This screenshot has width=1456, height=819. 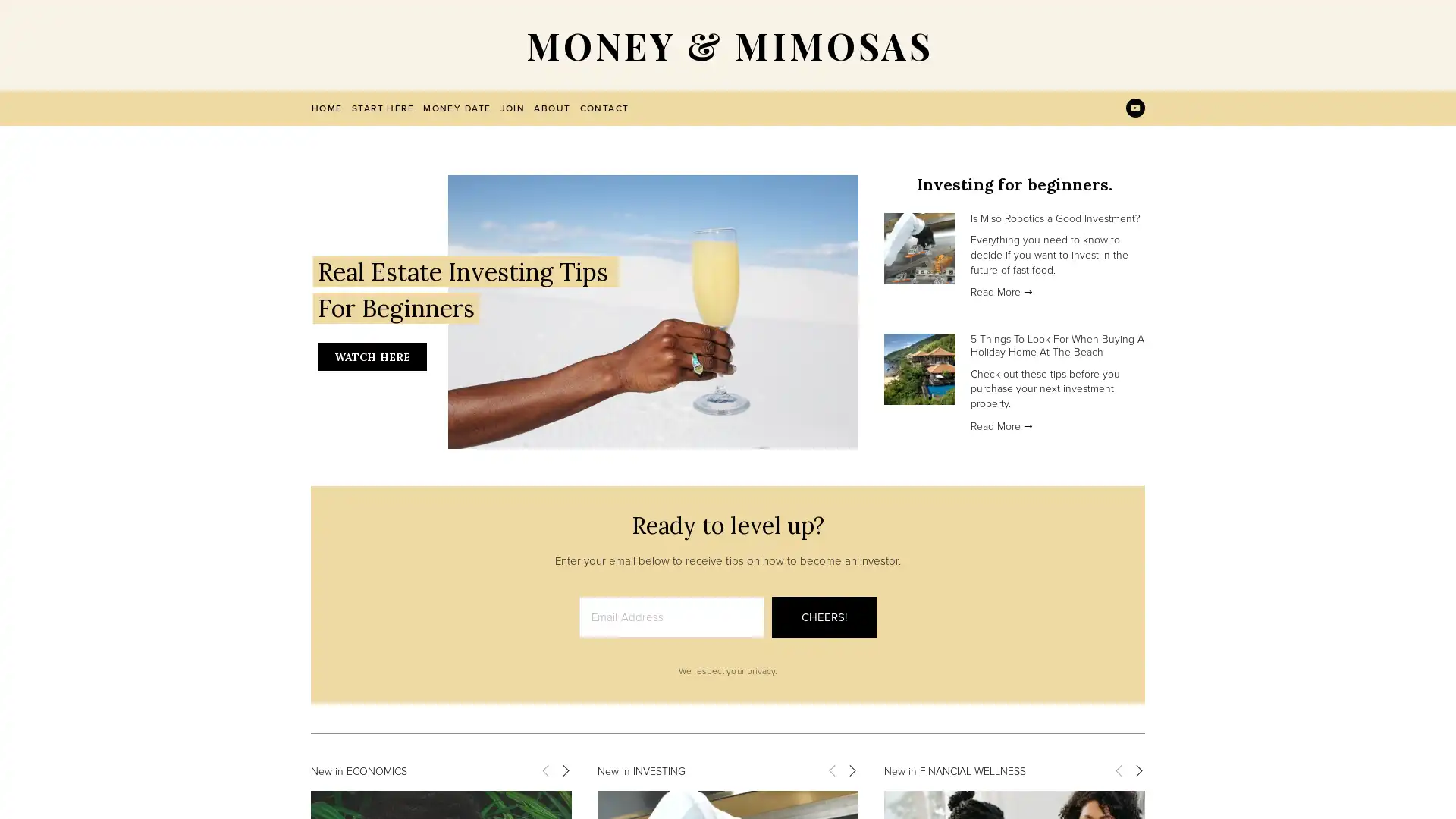 I want to click on Previous, so click(x=545, y=769).